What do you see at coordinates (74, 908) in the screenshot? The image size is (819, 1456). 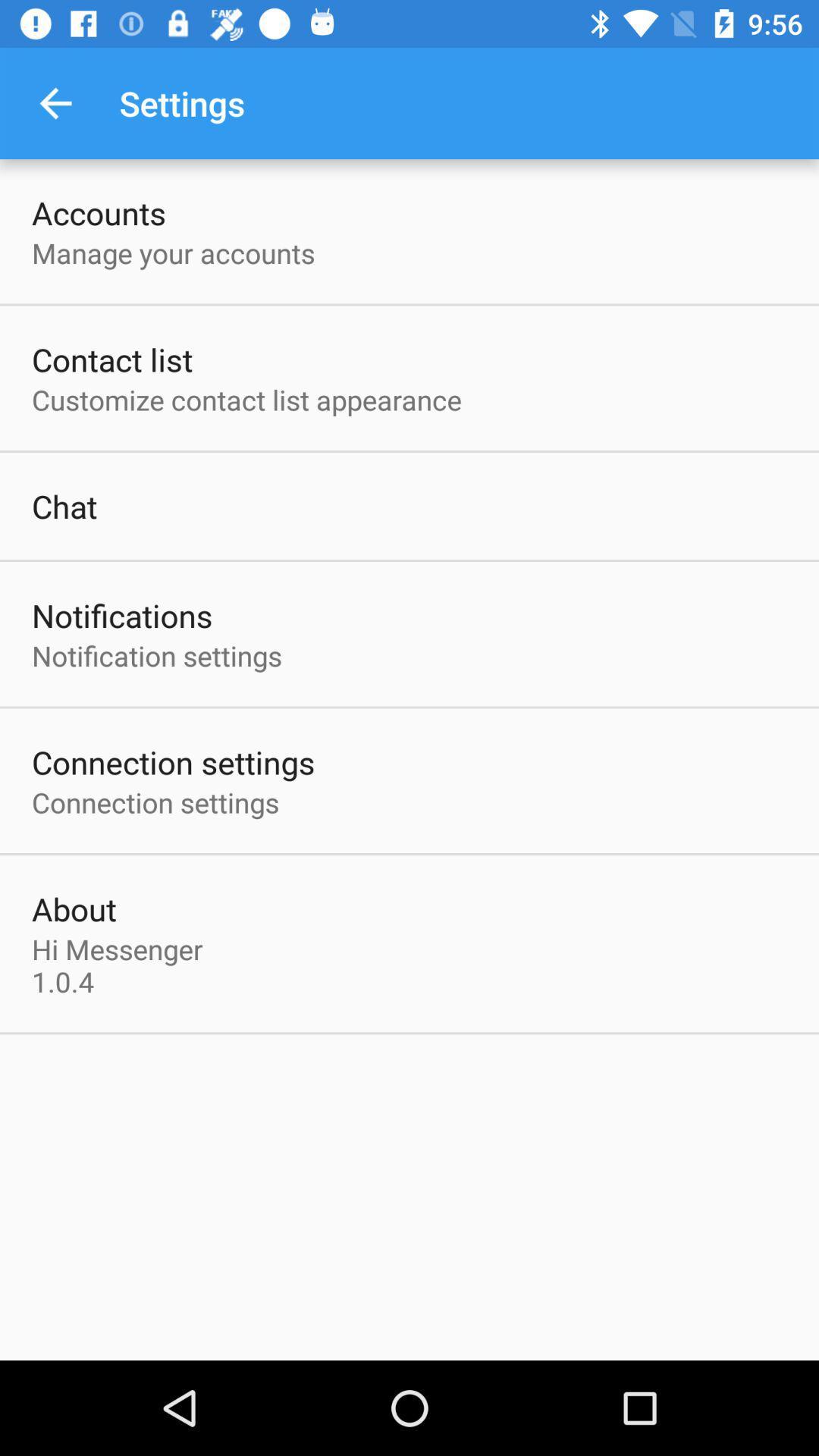 I see `the item above the hi messenger 1 icon` at bounding box center [74, 908].